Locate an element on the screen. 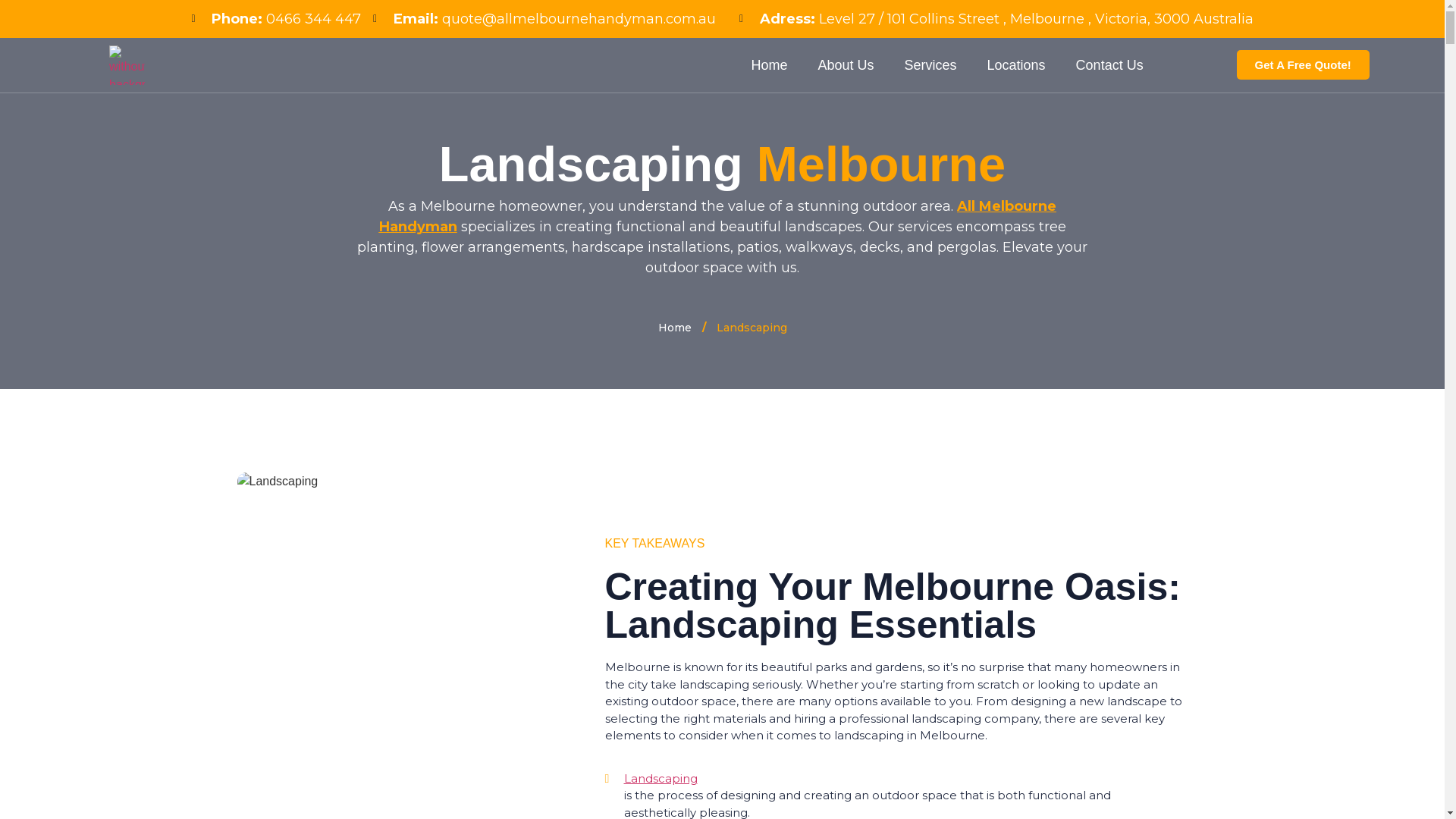 This screenshot has height=819, width=1456. 'Home' is located at coordinates (768, 64).